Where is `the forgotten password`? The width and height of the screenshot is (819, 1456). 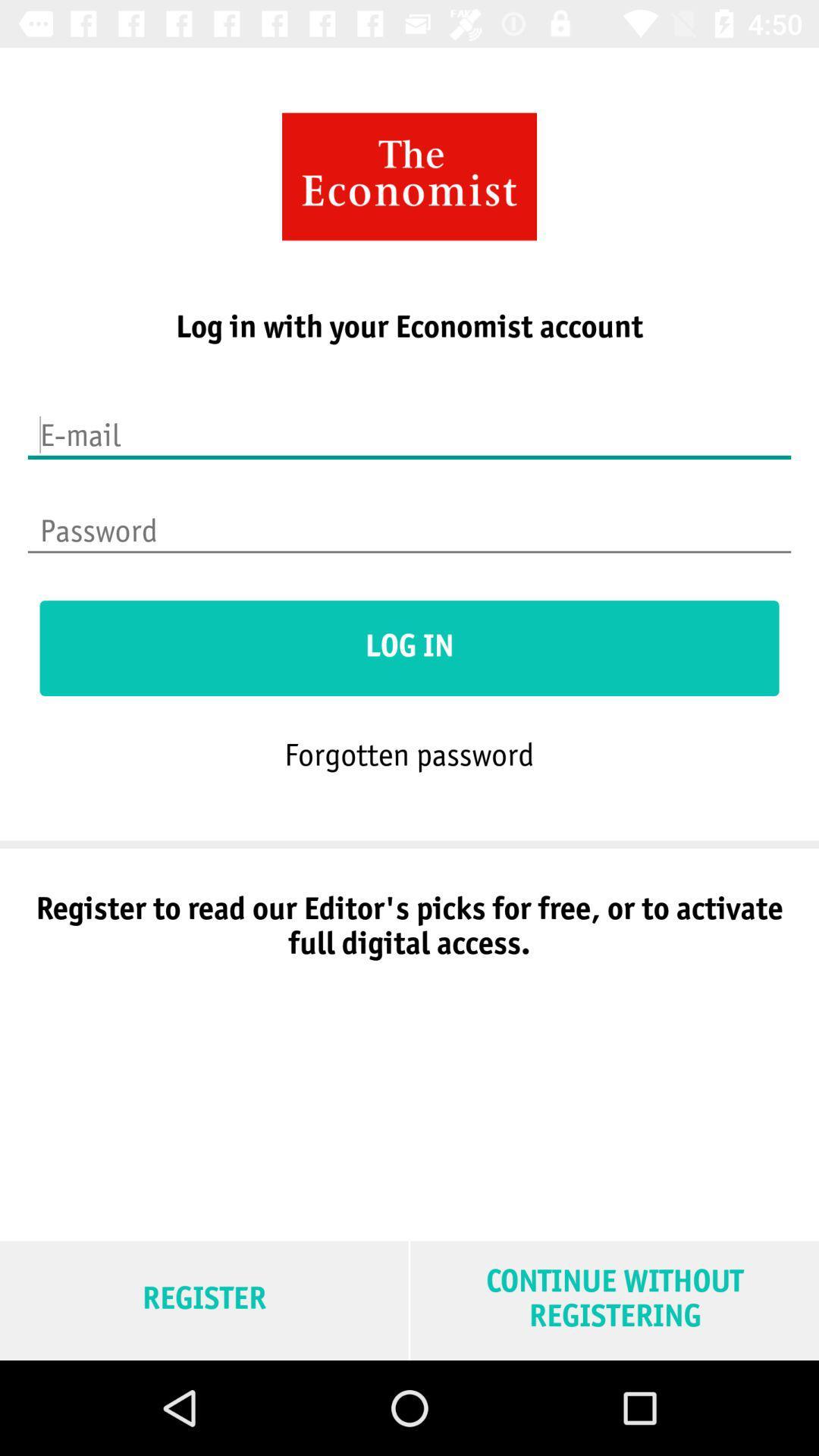
the forgotten password is located at coordinates (408, 754).